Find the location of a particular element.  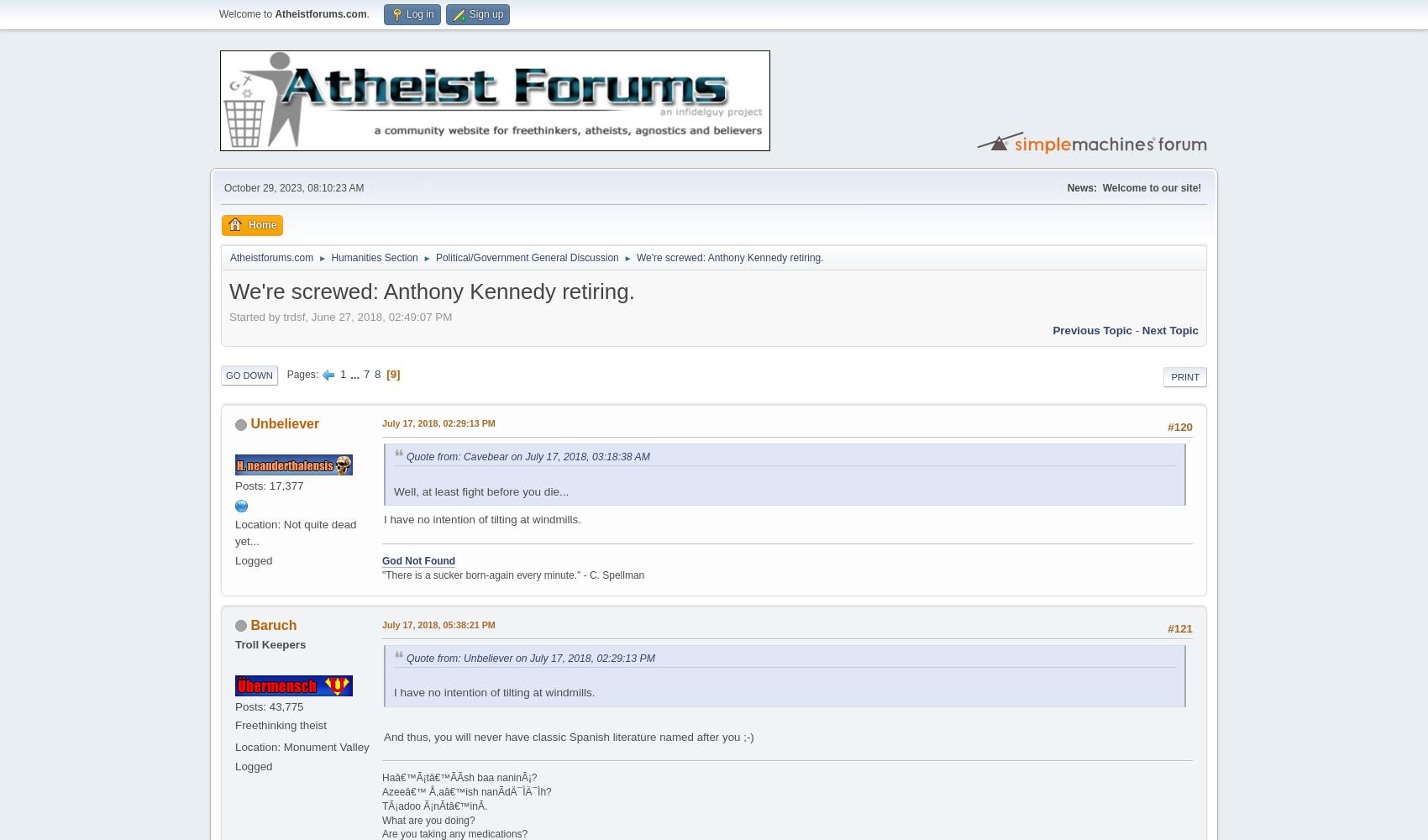

'Posts: 17,377' is located at coordinates (234, 484).